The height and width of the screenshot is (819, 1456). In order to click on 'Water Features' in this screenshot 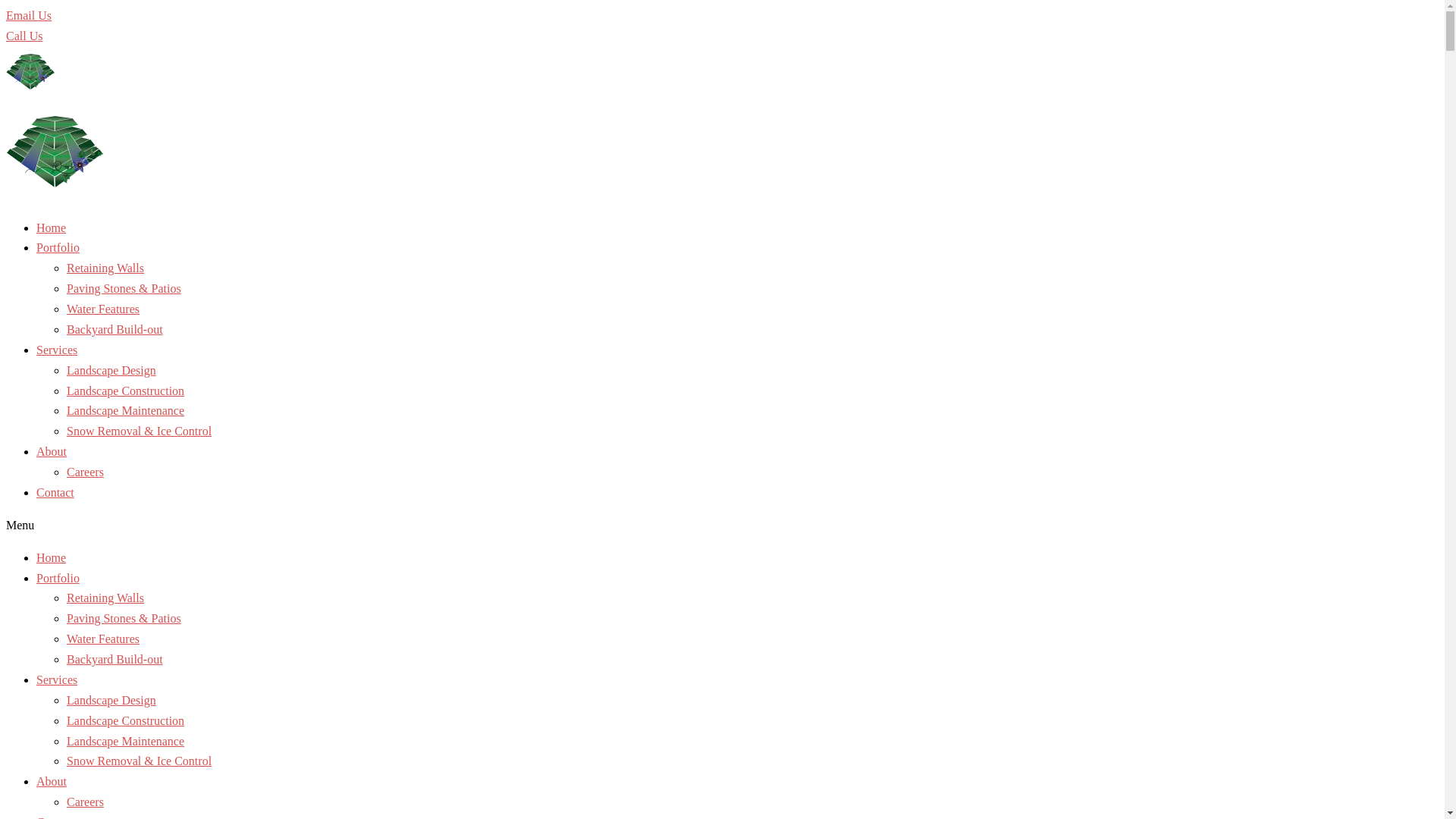, I will do `click(102, 639)`.